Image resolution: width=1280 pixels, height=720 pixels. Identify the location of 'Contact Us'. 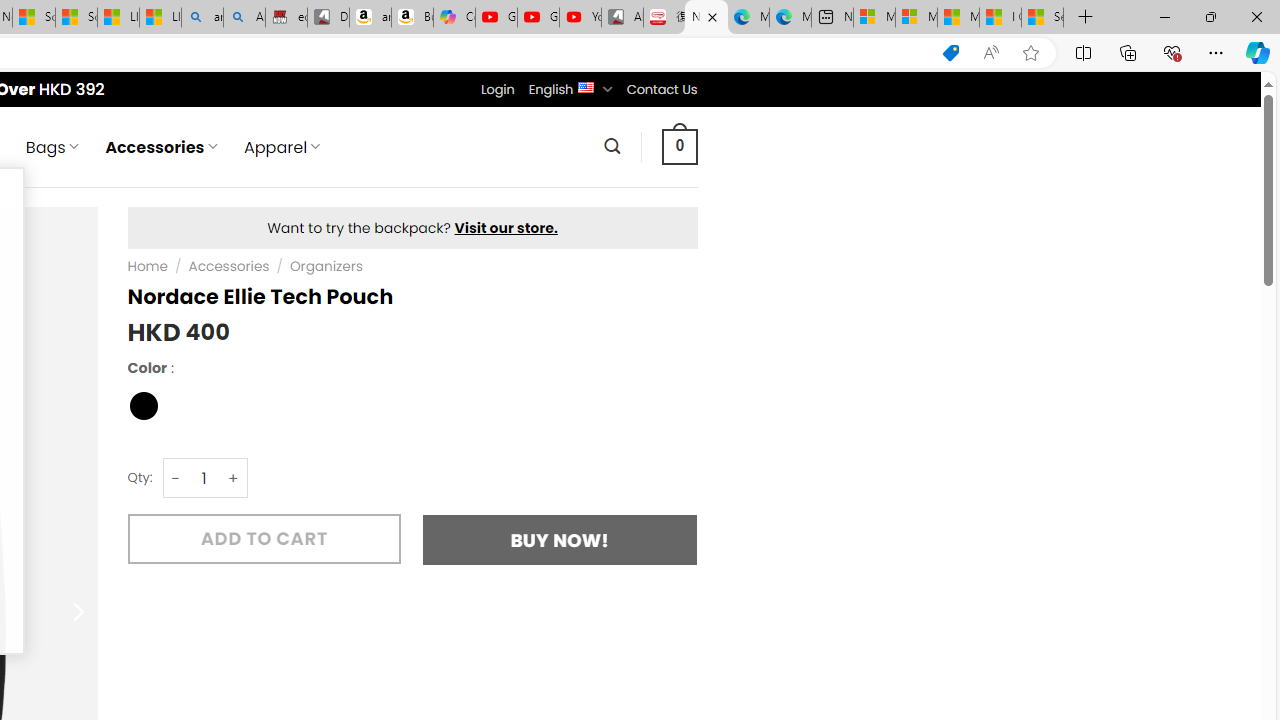
(661, 88).